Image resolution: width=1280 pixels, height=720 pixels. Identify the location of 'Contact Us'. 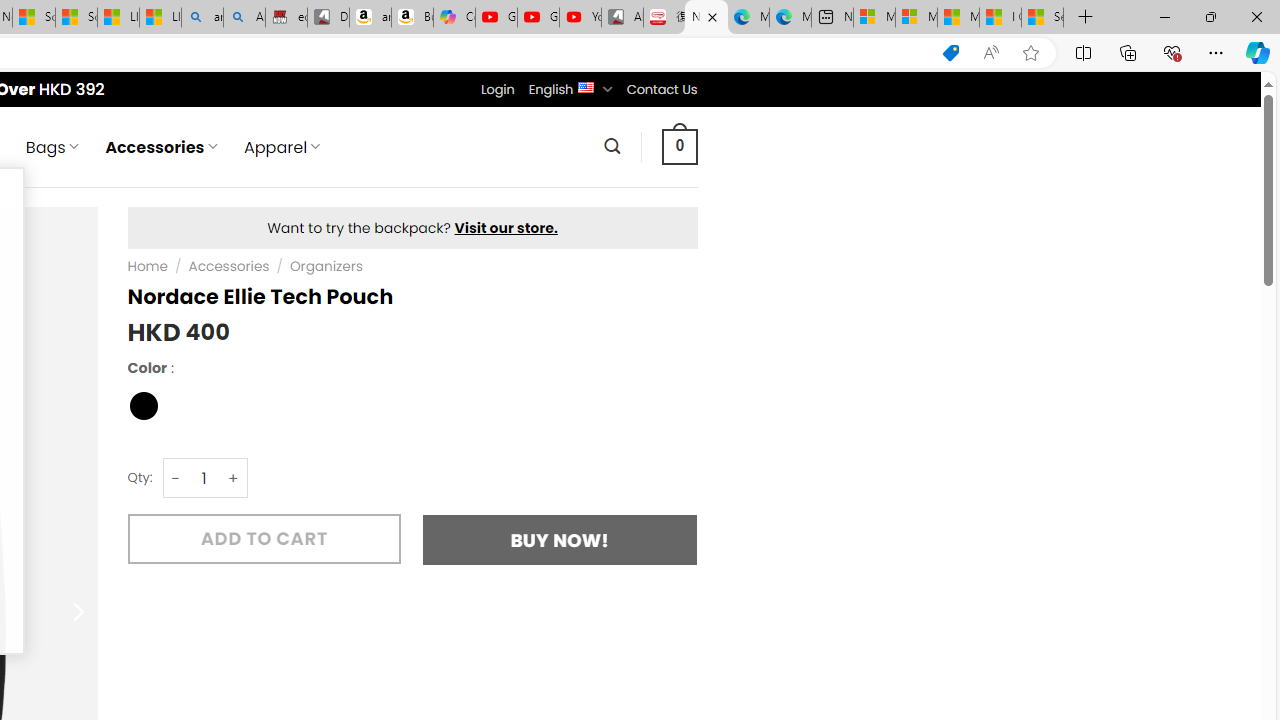
(661, 88).